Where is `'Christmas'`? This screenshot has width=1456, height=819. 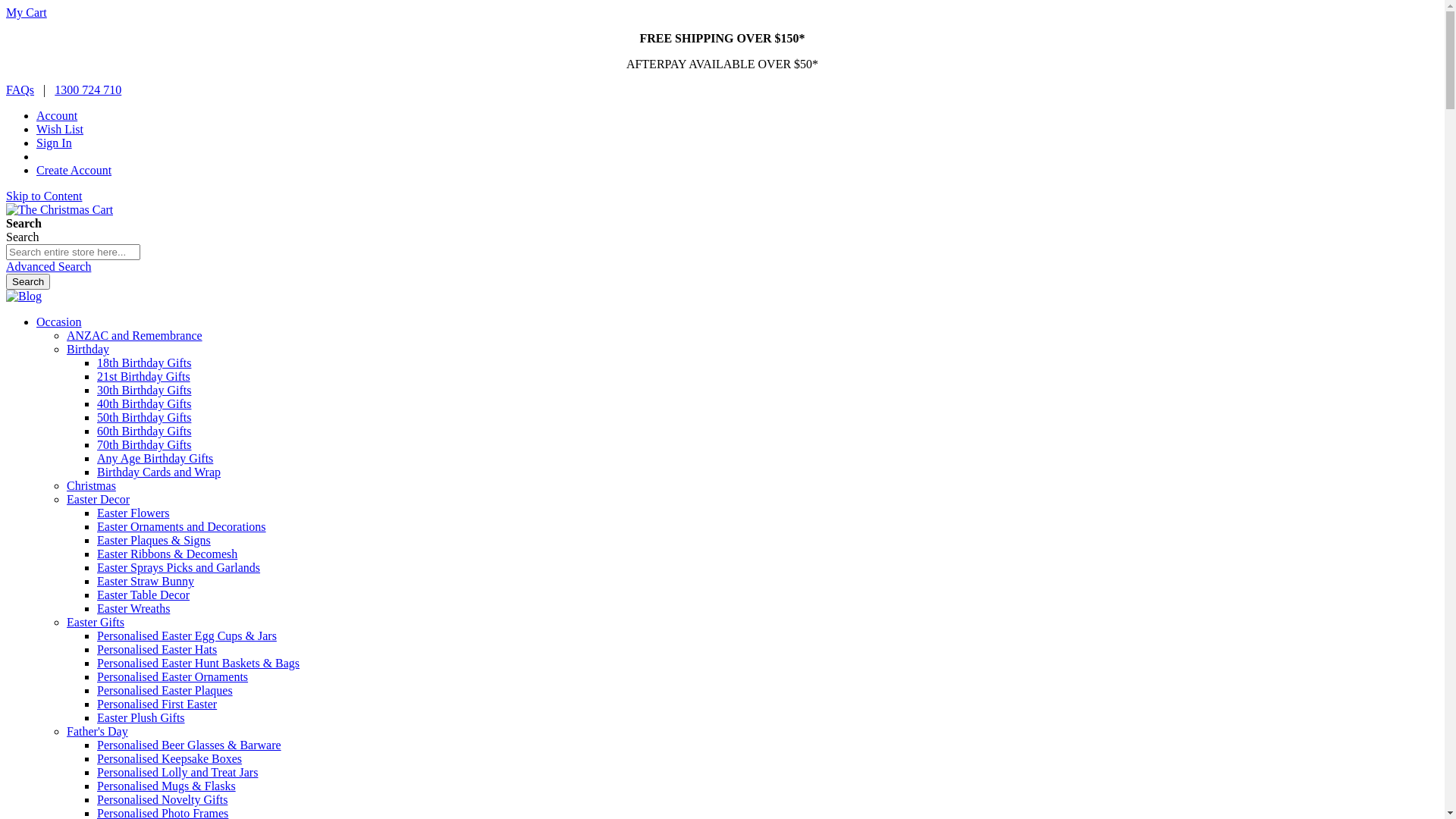
'Christmas' is located at coordinates (90, 485).